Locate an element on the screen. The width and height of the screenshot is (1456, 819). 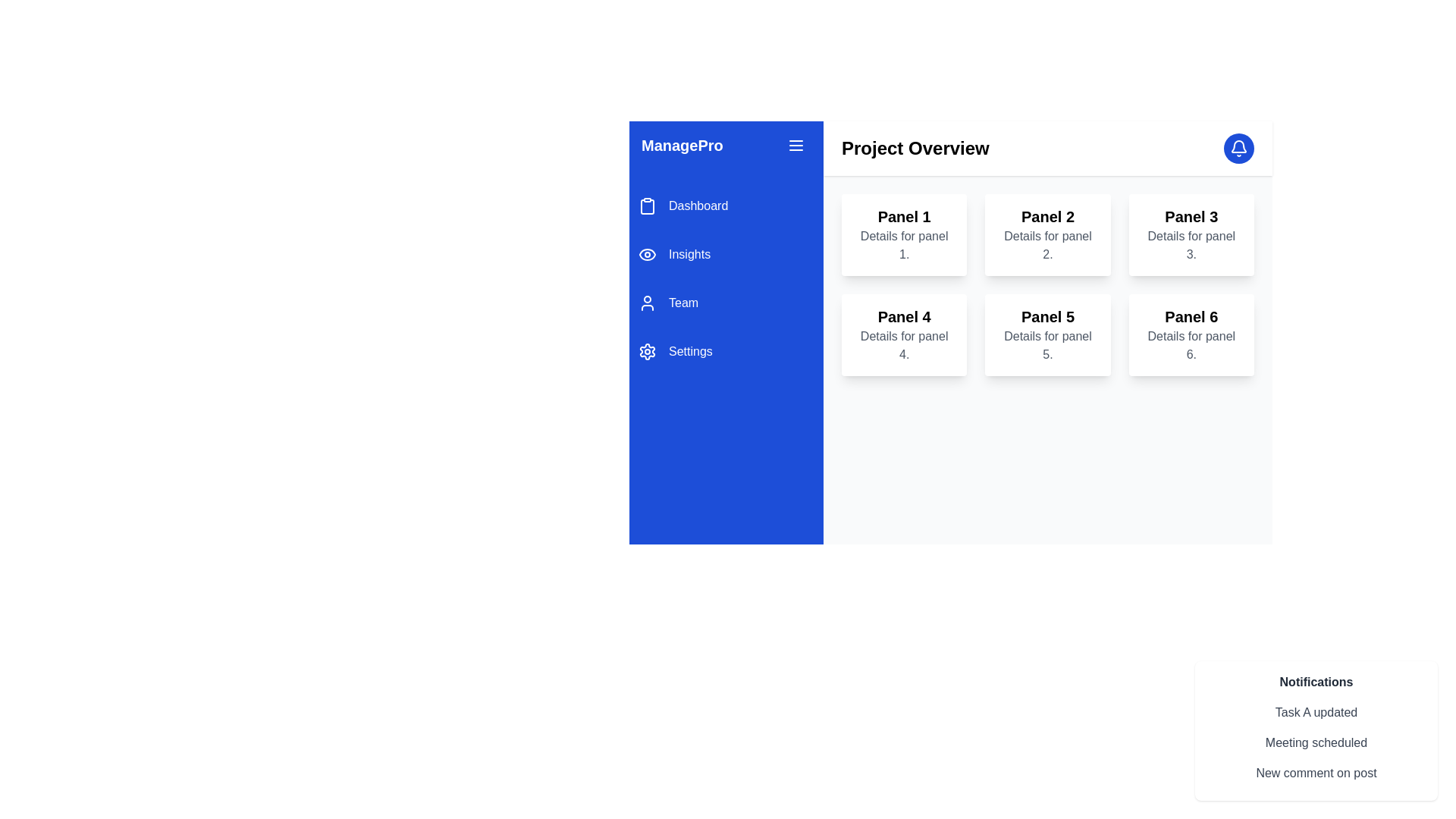
the static text or label that identifies the brand or application title, located at the top of the left sidebar panel, to the left of the menu button with three horizontal lines is located at coordinates (681, 146).